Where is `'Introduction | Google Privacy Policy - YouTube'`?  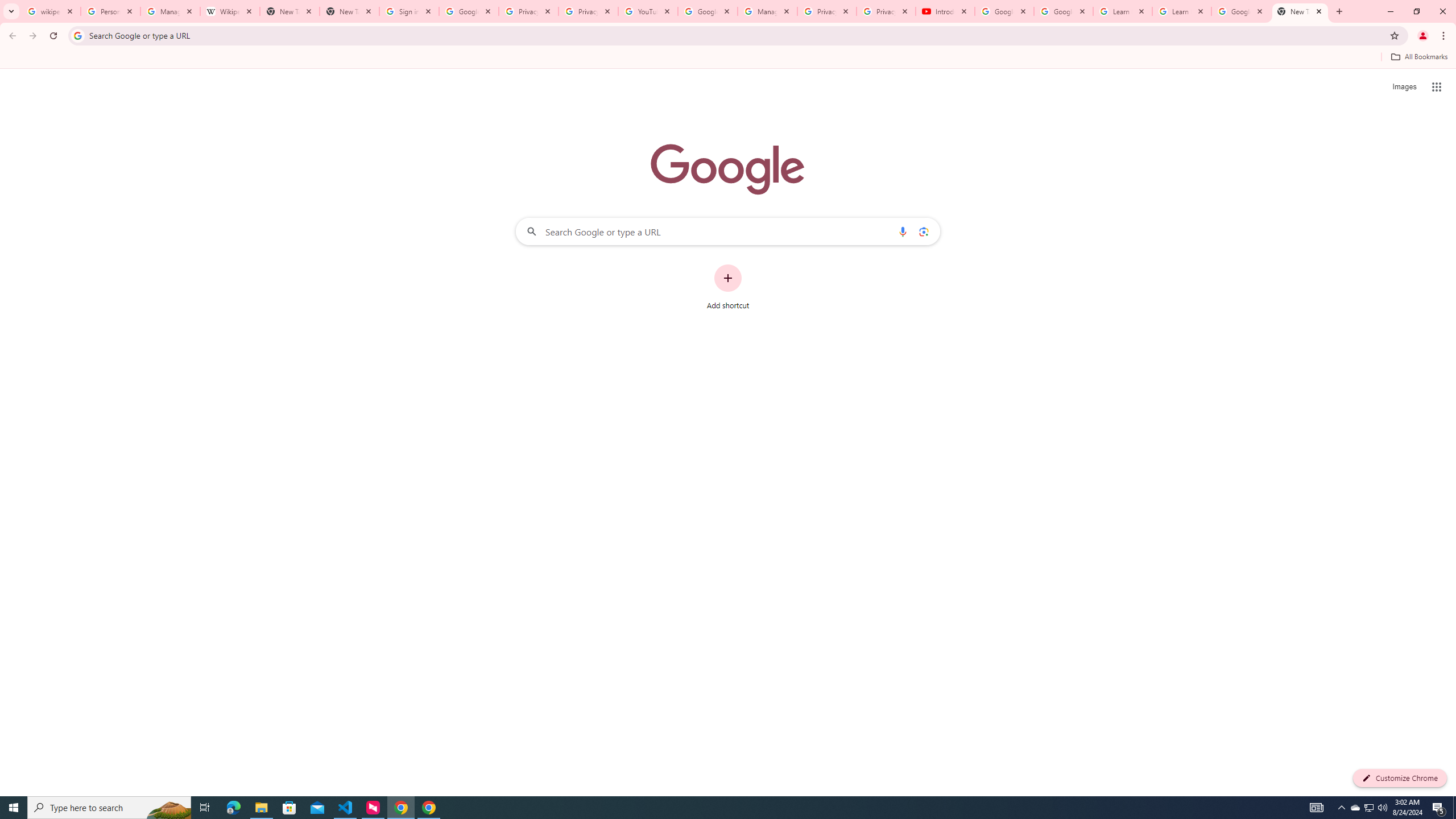 'Introduction | Google Privacy Policy - YouTube' is located at coordinates (944, 11).